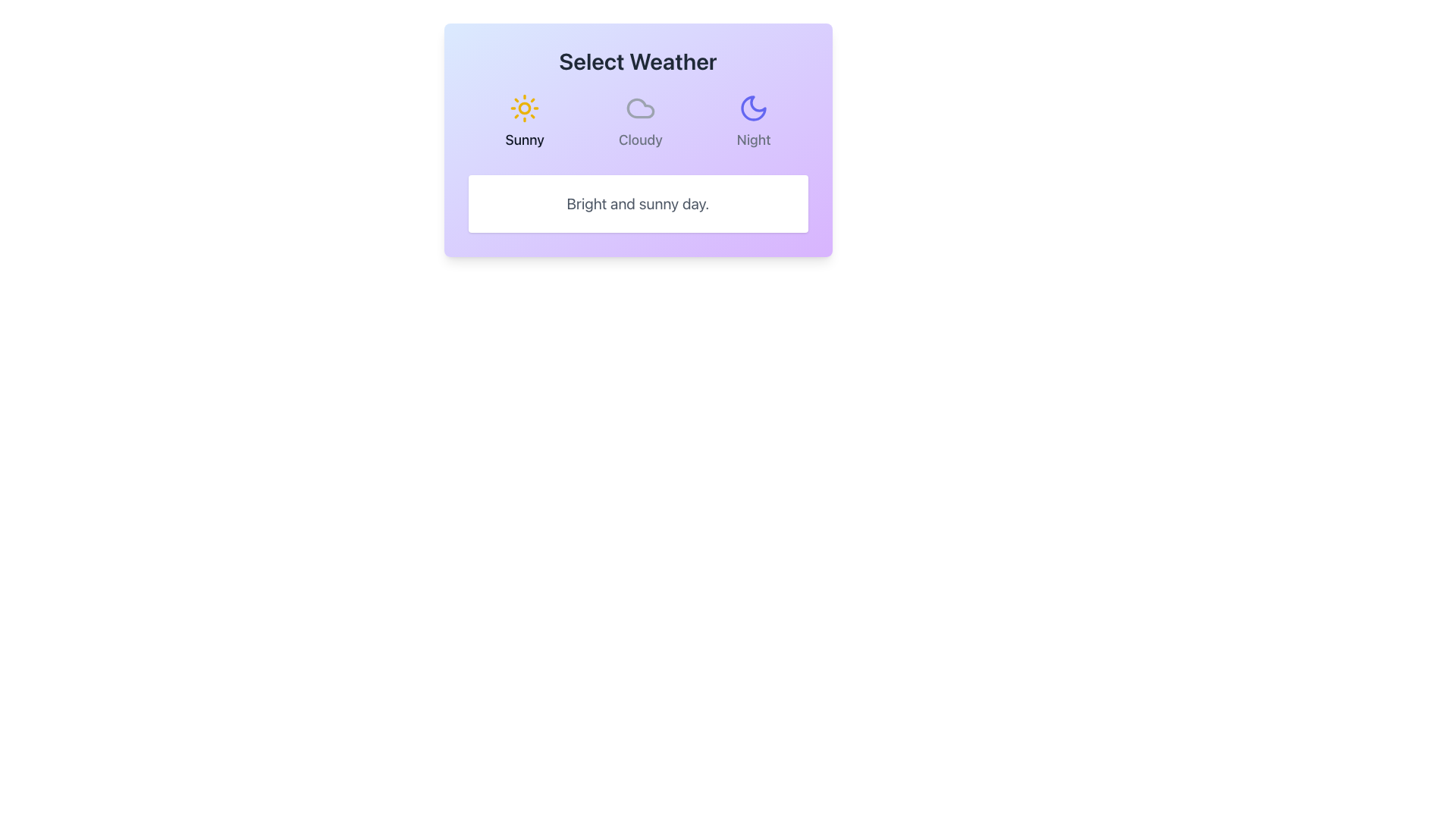  Describe the element at coordinates (525, 107) in the screenshot. I see `the SVG Circle Element that represents the sun icon in the weather selection interface, located on the left side of the options` at that location.